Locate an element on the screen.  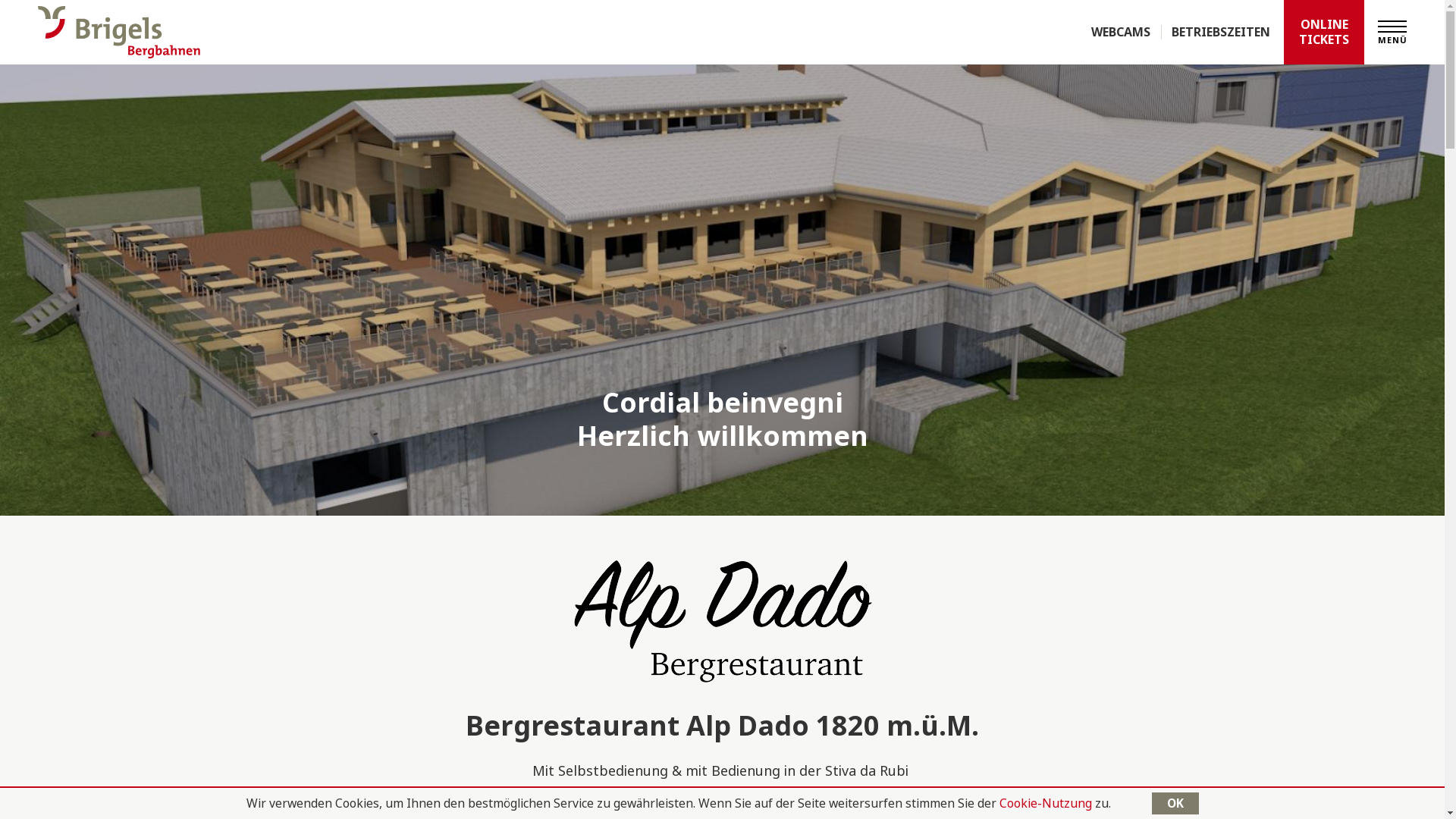
'OK' is located at coordinates (1174, 802).